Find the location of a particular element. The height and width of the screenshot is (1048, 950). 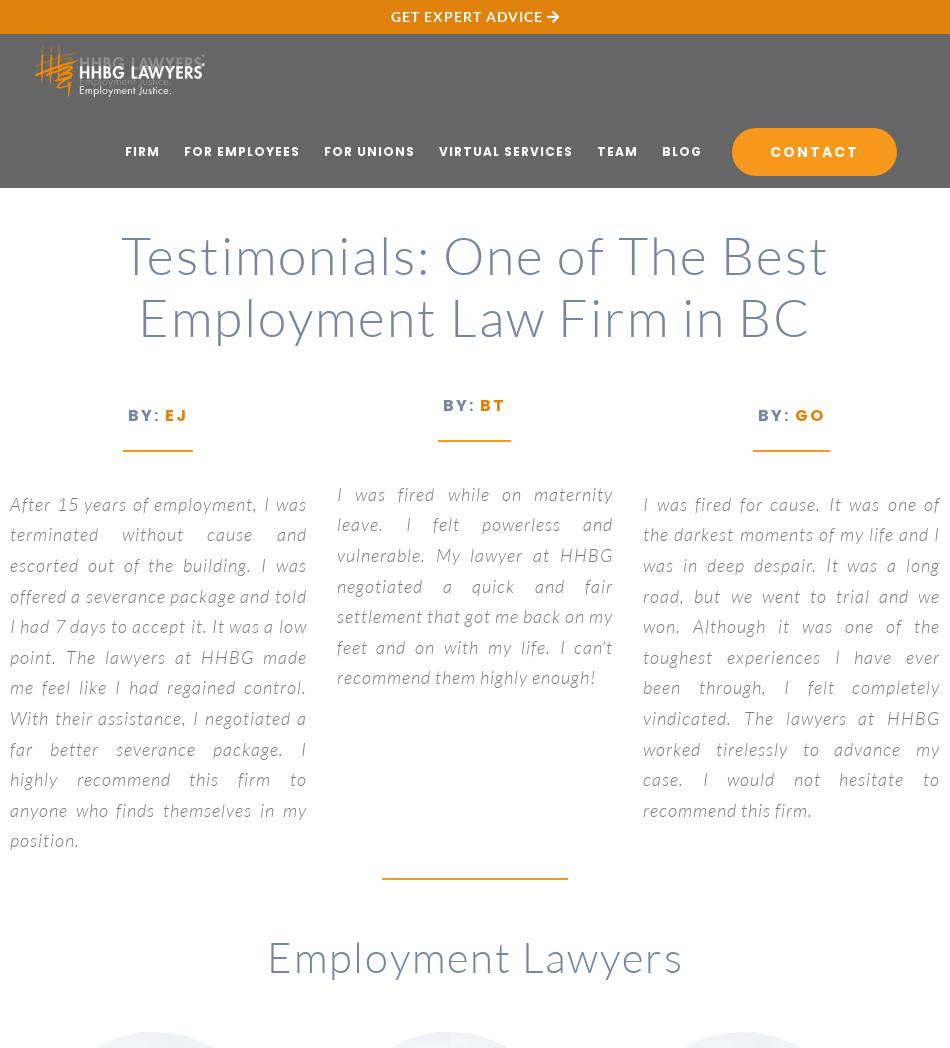

'Get Expert Advice' is located at coordinates (388, 15).